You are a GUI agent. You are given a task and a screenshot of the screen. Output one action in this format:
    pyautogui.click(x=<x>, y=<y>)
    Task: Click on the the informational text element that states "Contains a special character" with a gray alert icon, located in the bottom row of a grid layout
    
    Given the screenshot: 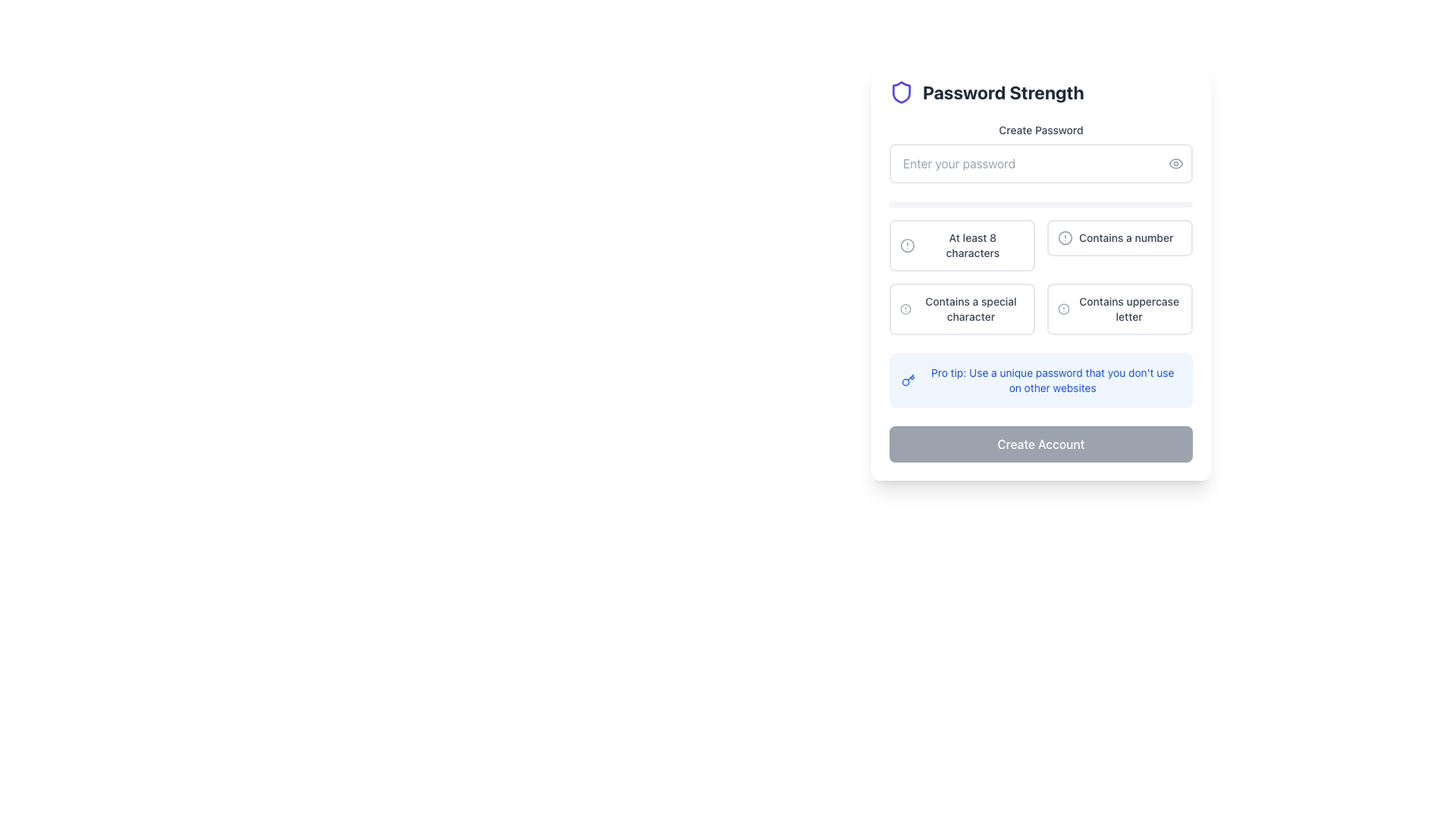 What is the action you would take?
    pyautogui.click(x=961, y=309)
    